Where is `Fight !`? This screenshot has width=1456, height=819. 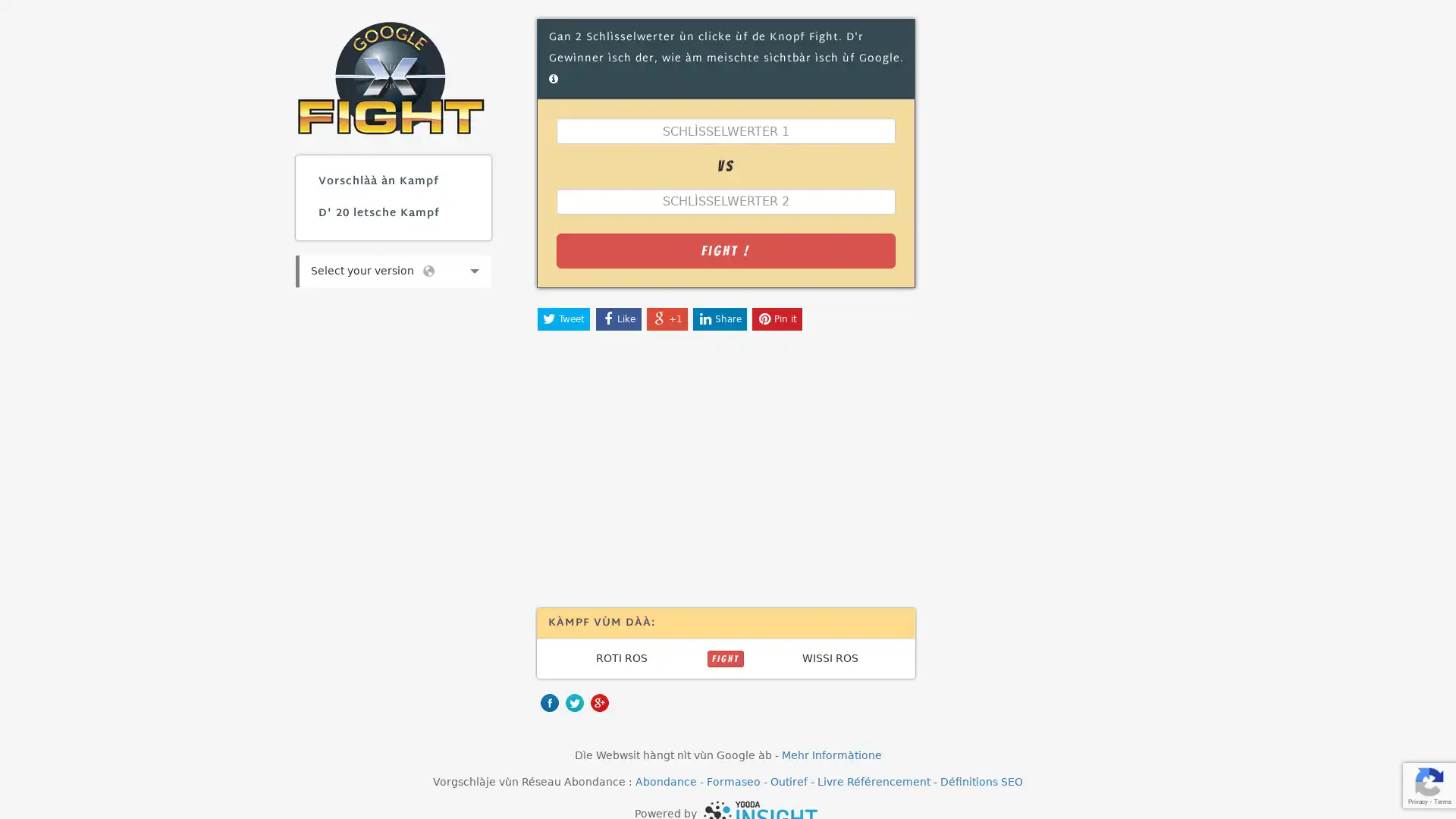
Fight ! is located at coordinates (724, 249).